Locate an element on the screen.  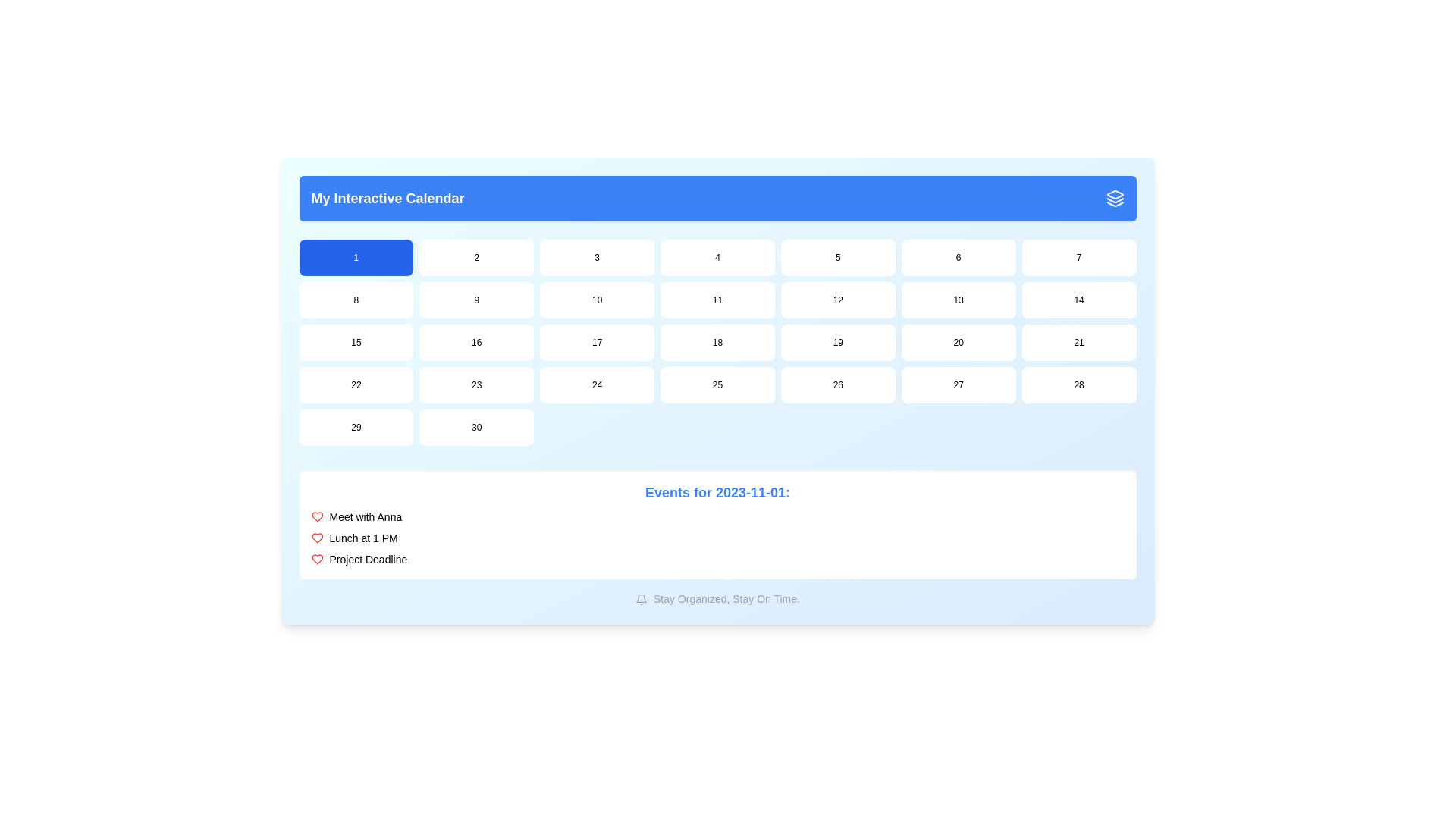
the icon located at the top-right corner of the header bar containing 'My Interactive Calendar' is located at coordinates (1115, 198).